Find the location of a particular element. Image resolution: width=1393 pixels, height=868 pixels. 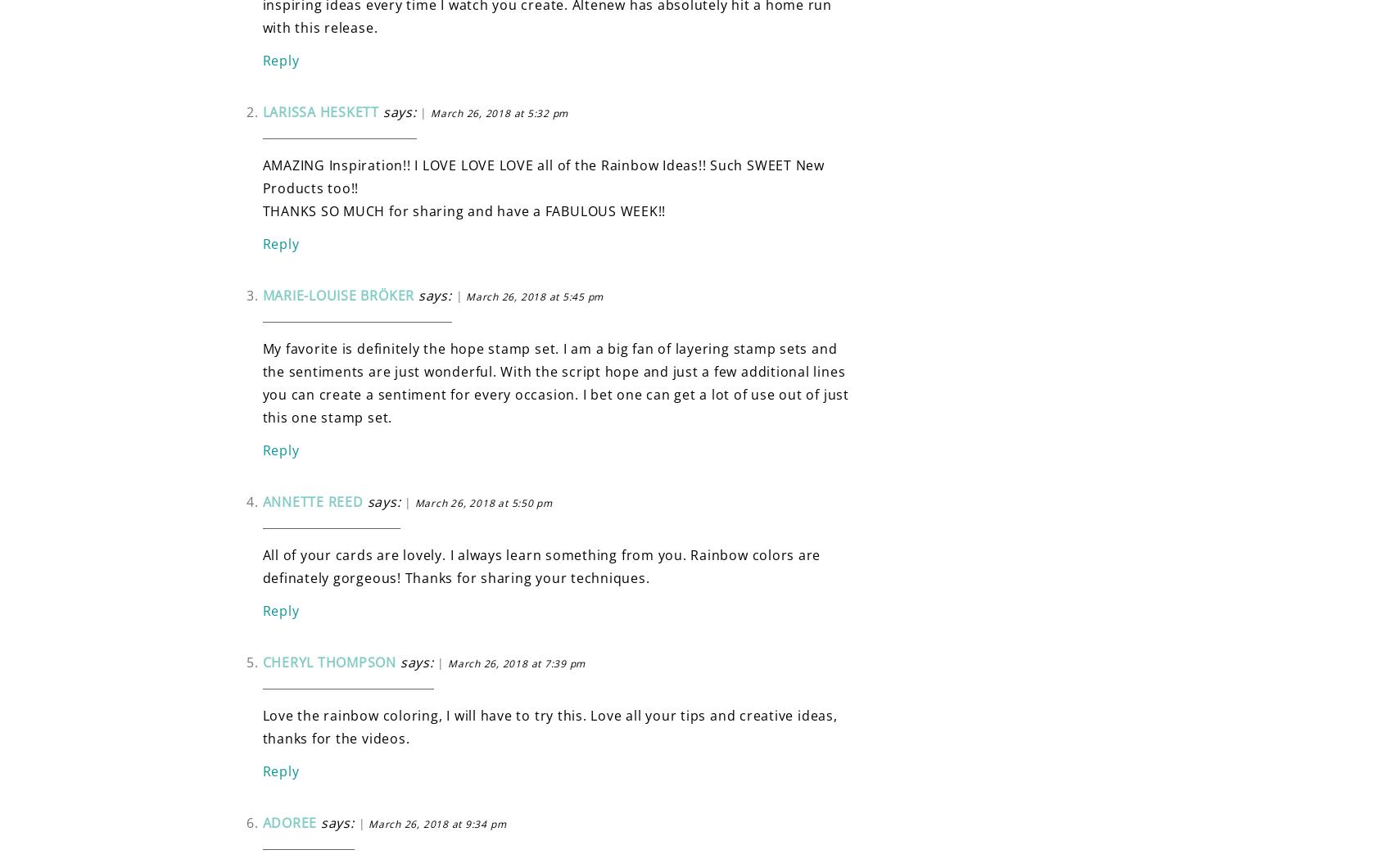

'Larissa Heskett' is located at coordinates (319, 110).